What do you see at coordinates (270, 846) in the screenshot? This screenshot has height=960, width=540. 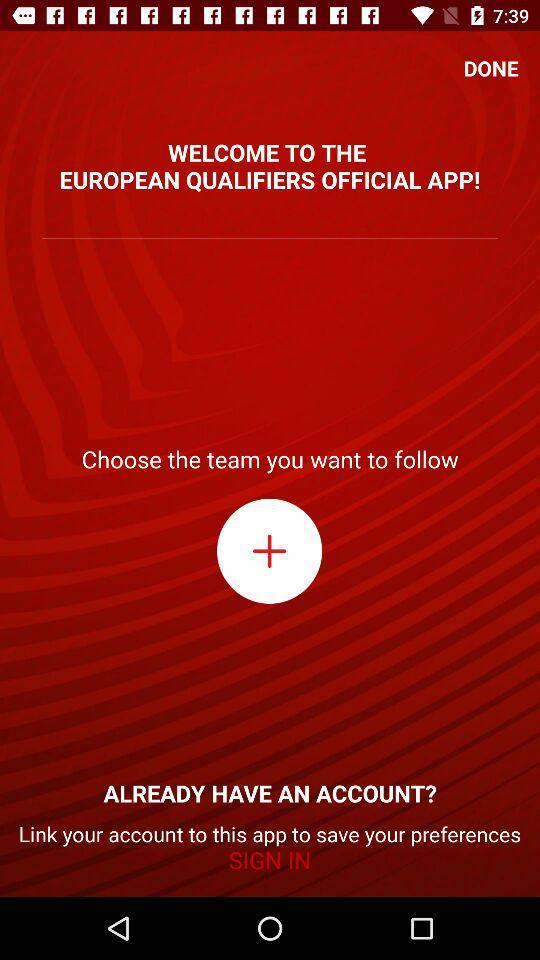 I see `the link your account icon` at bounding box center [270, 846].